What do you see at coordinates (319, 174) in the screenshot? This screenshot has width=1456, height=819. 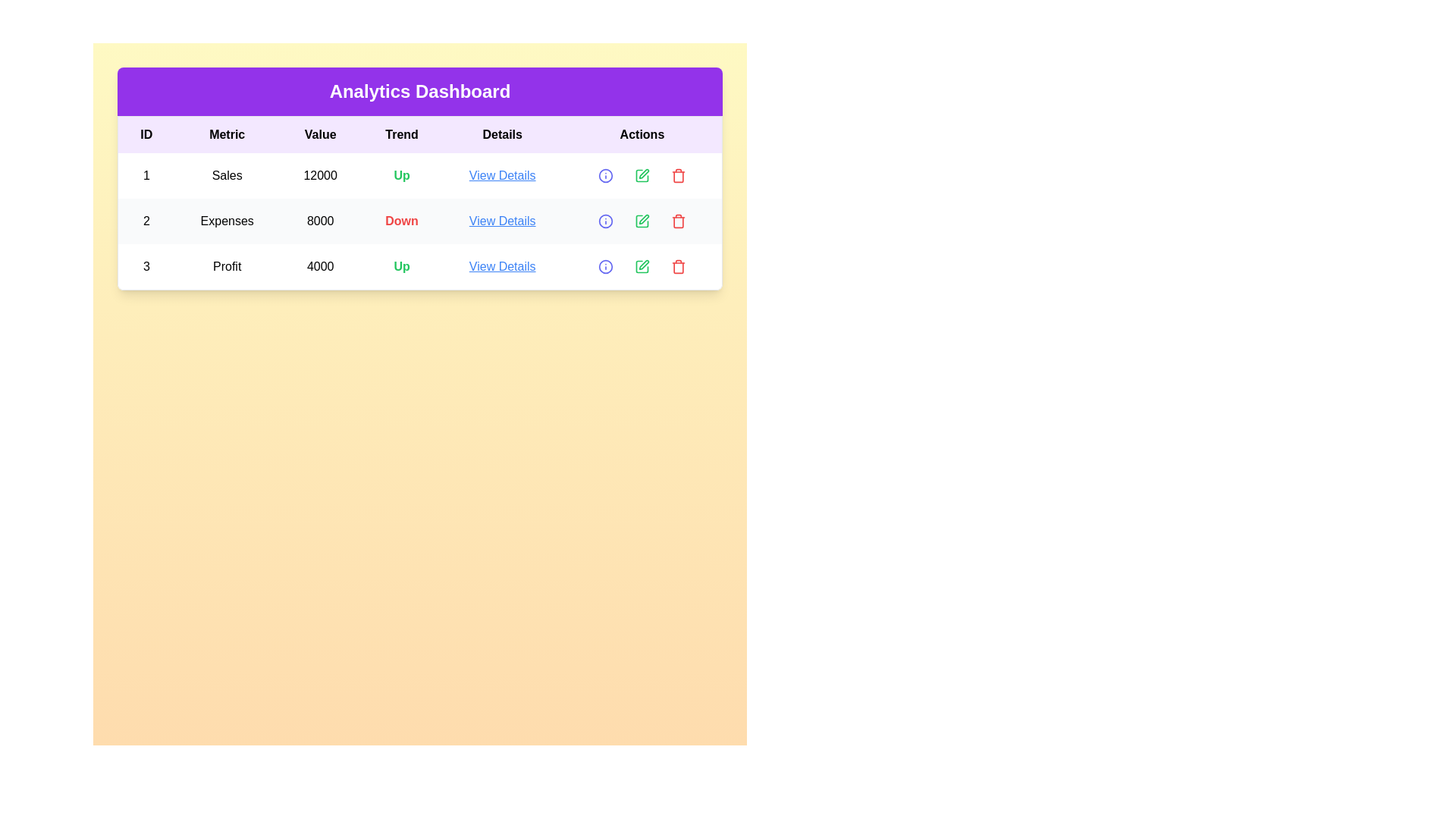 I see `the static text element displaying the value '12,000' associated with the 'Sales' metric in the 'Value' column of the 'Analytics Dashboard' table` at bounding box center [319, 174].